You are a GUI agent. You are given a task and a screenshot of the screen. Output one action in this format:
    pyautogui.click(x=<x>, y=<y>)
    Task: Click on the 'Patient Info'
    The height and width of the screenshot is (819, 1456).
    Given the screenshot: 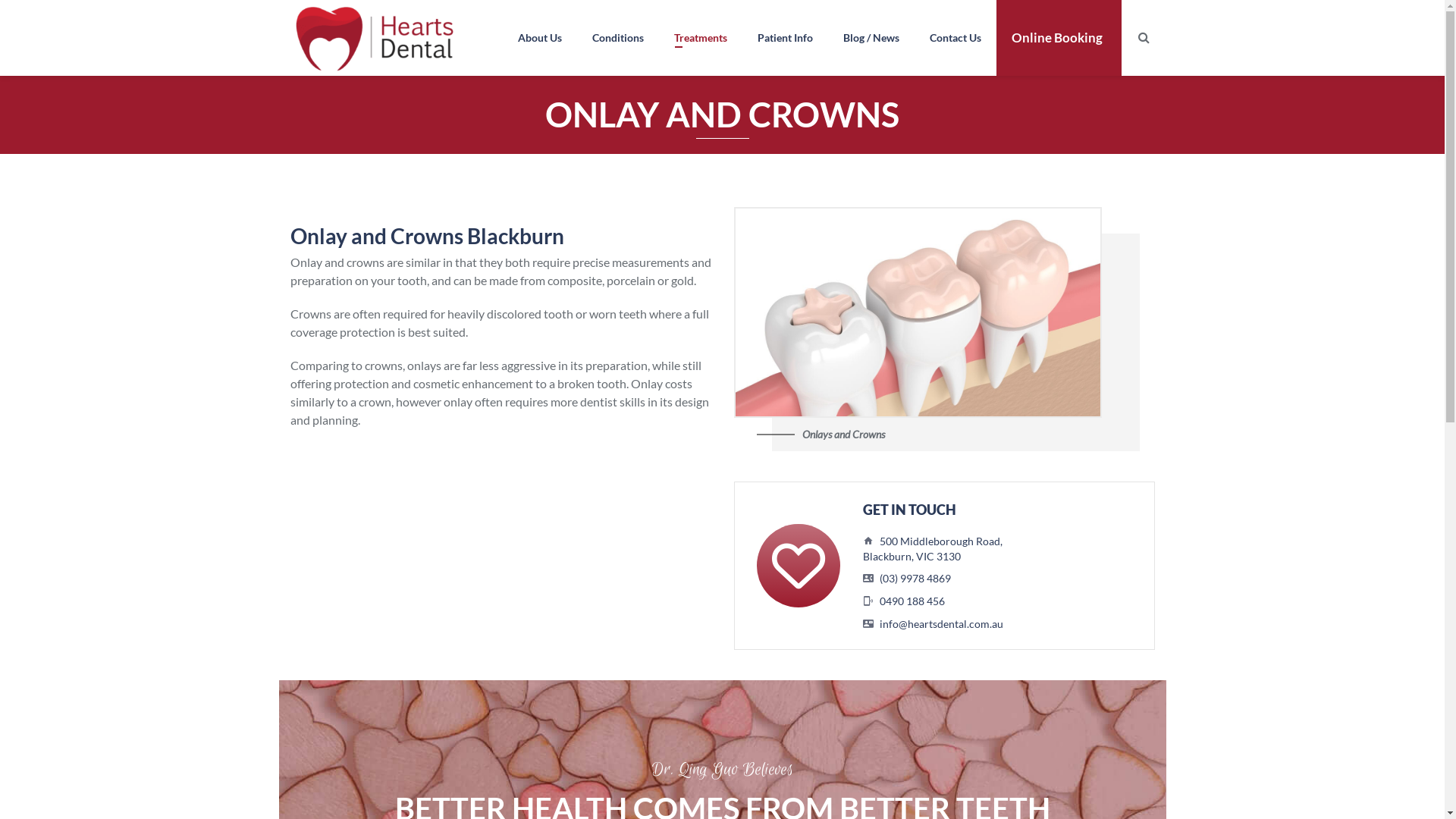 What is the action you would take?
    pyautogui.click(x=784, y=37)
    